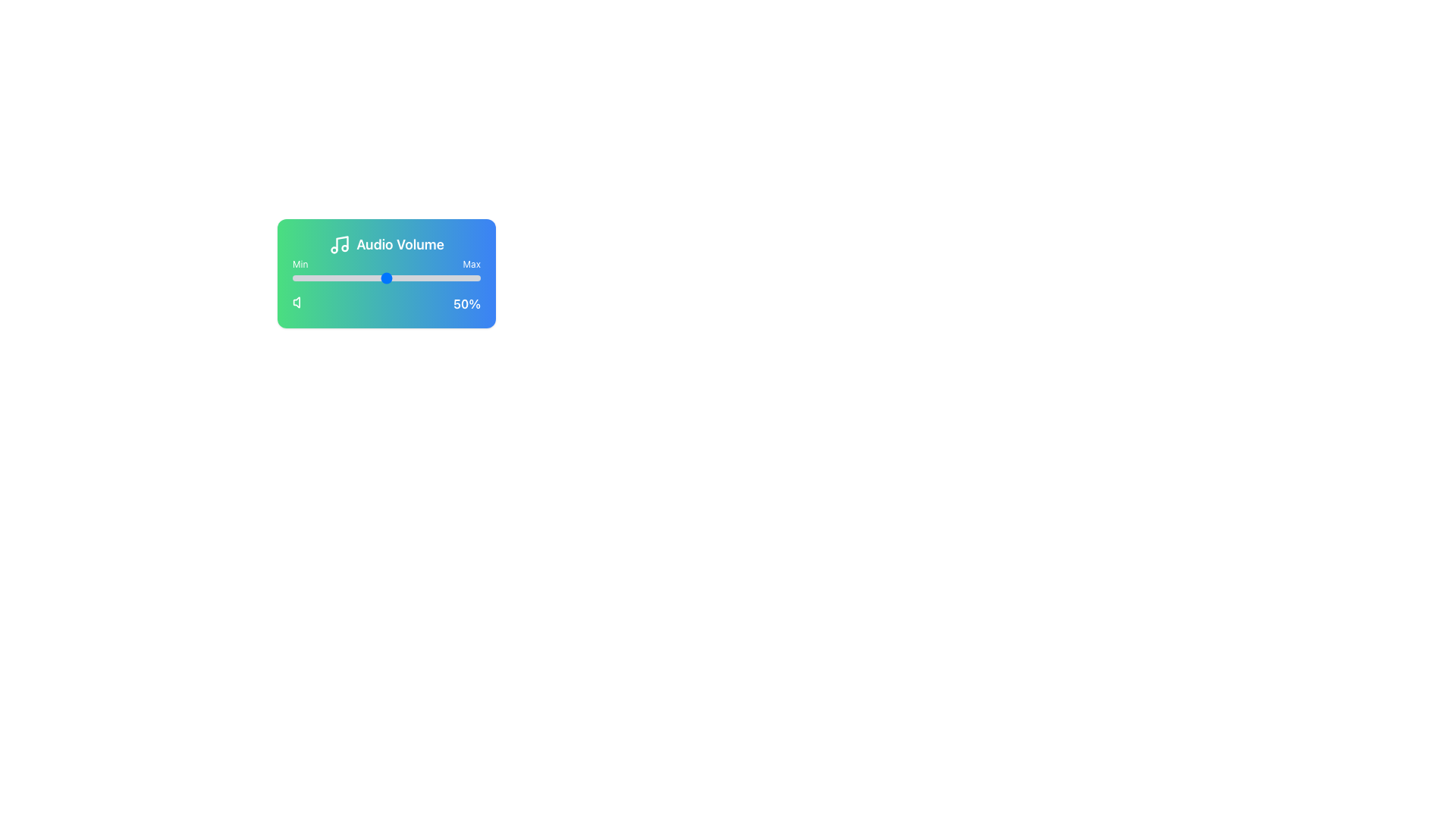 The image size is (1456, 819). What do you see at coordinates (303, 278) in the screenshot?
I see `the volume` at bounding box center [303, 278].